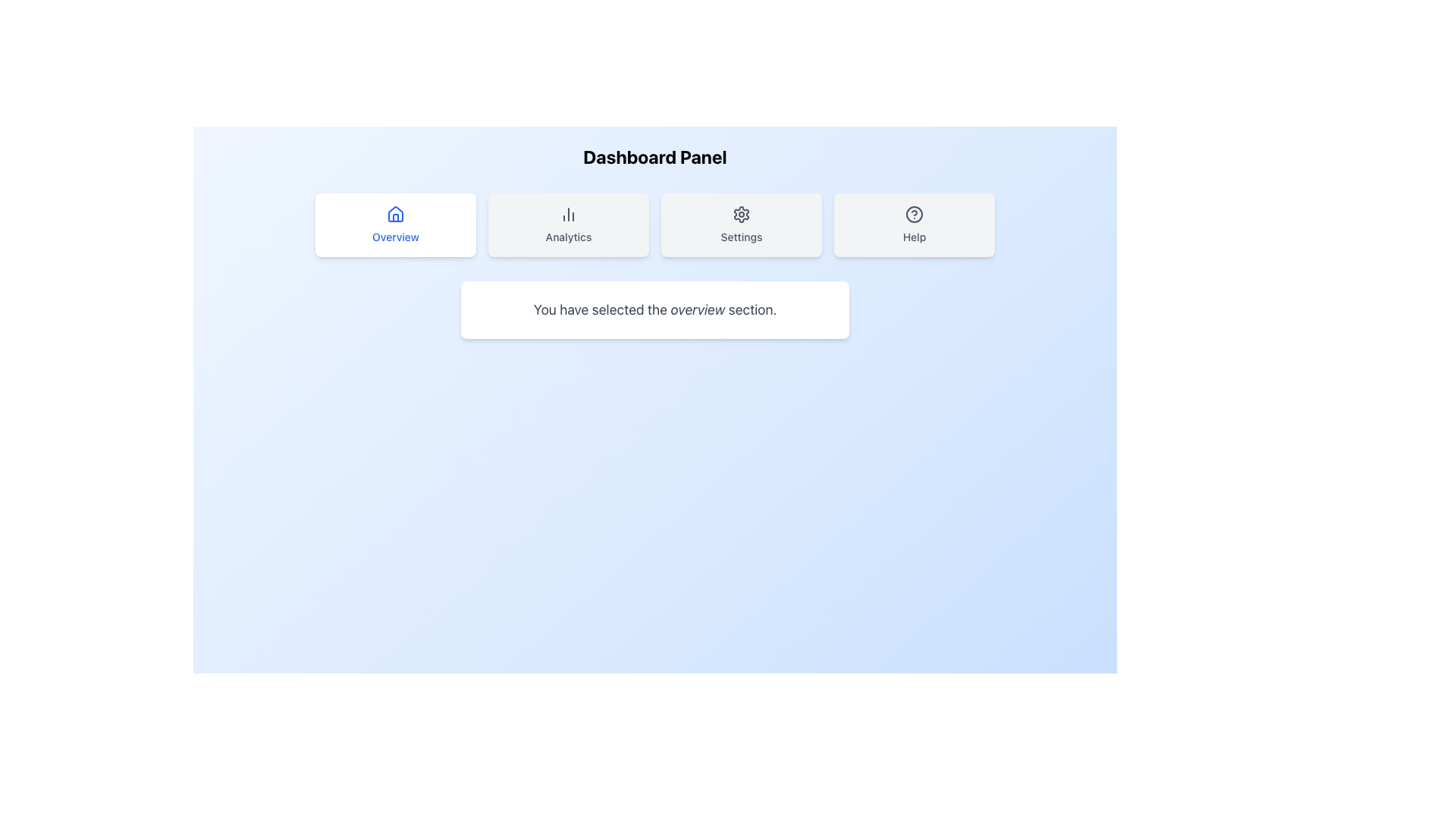  I want to click on the house icon within the 'Overview' button, which is the first button in a row of four buttons near the top center of the page, so click(396, 213).